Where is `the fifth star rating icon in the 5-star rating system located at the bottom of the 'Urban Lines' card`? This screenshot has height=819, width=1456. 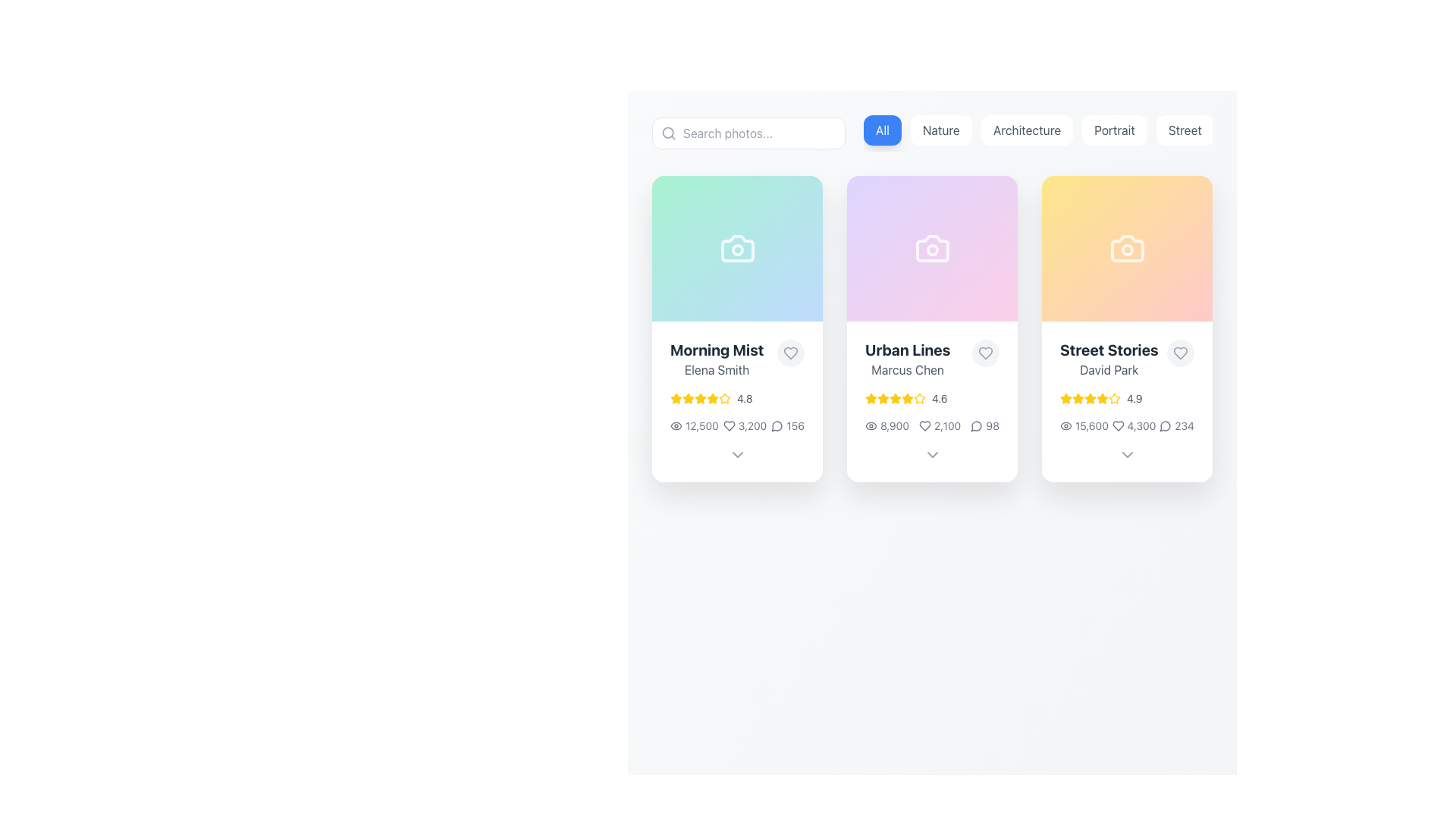 the fifth star rating icon in the 5-star rating system located at the bottom of the 'Urban Lines' card is located at coordinates (907, 397).